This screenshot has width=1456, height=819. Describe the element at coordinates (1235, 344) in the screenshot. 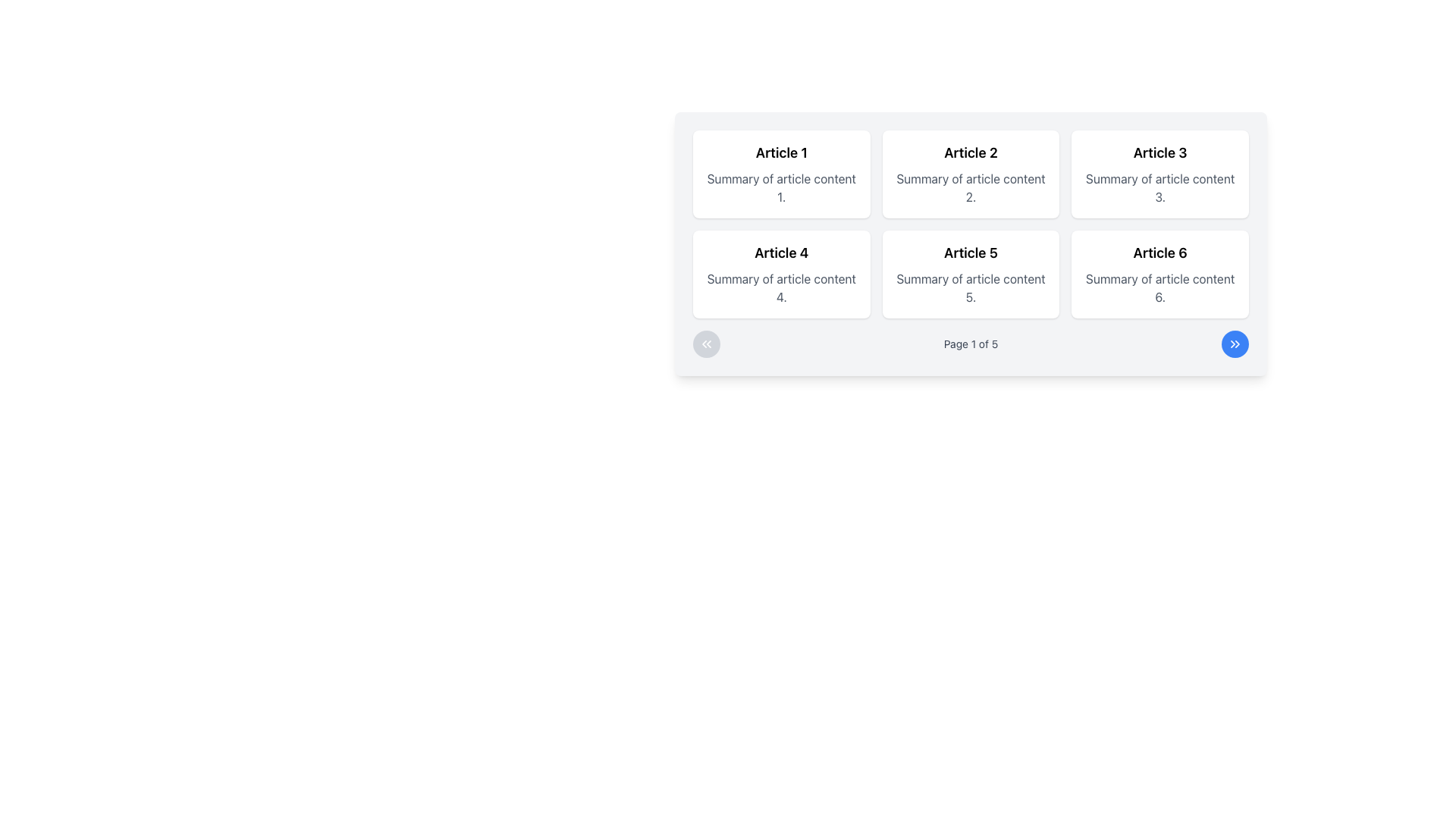

I see `the SVG icon within the circular button located at the bottom-right corner of the interface, which is used for navigating to the next page in a paginated list of articles` at that location.